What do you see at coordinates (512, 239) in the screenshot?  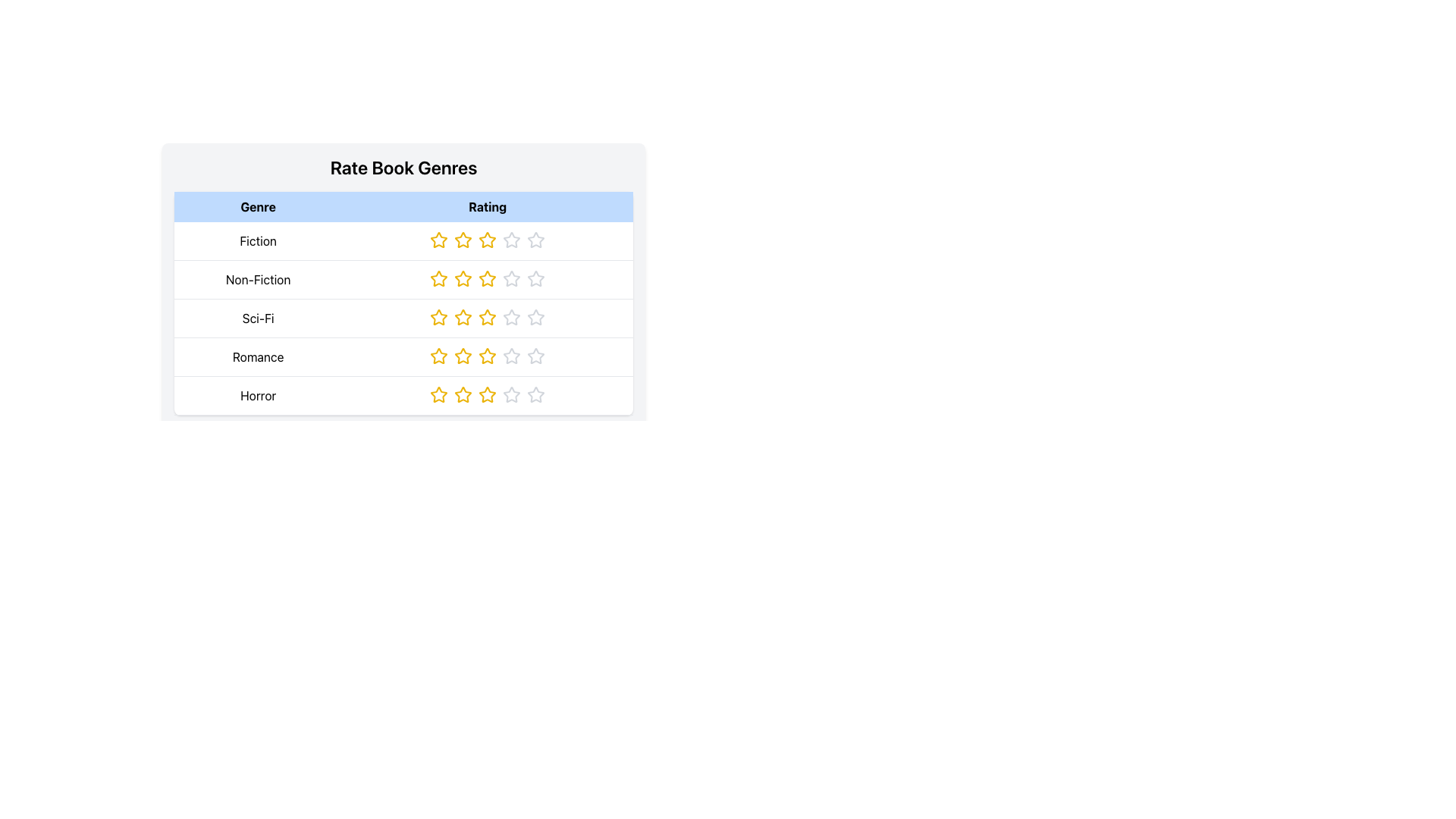 I see `the fourth star in the horizontal row of stars for the 'Fiction' genre` at bounding box center [512, 239].